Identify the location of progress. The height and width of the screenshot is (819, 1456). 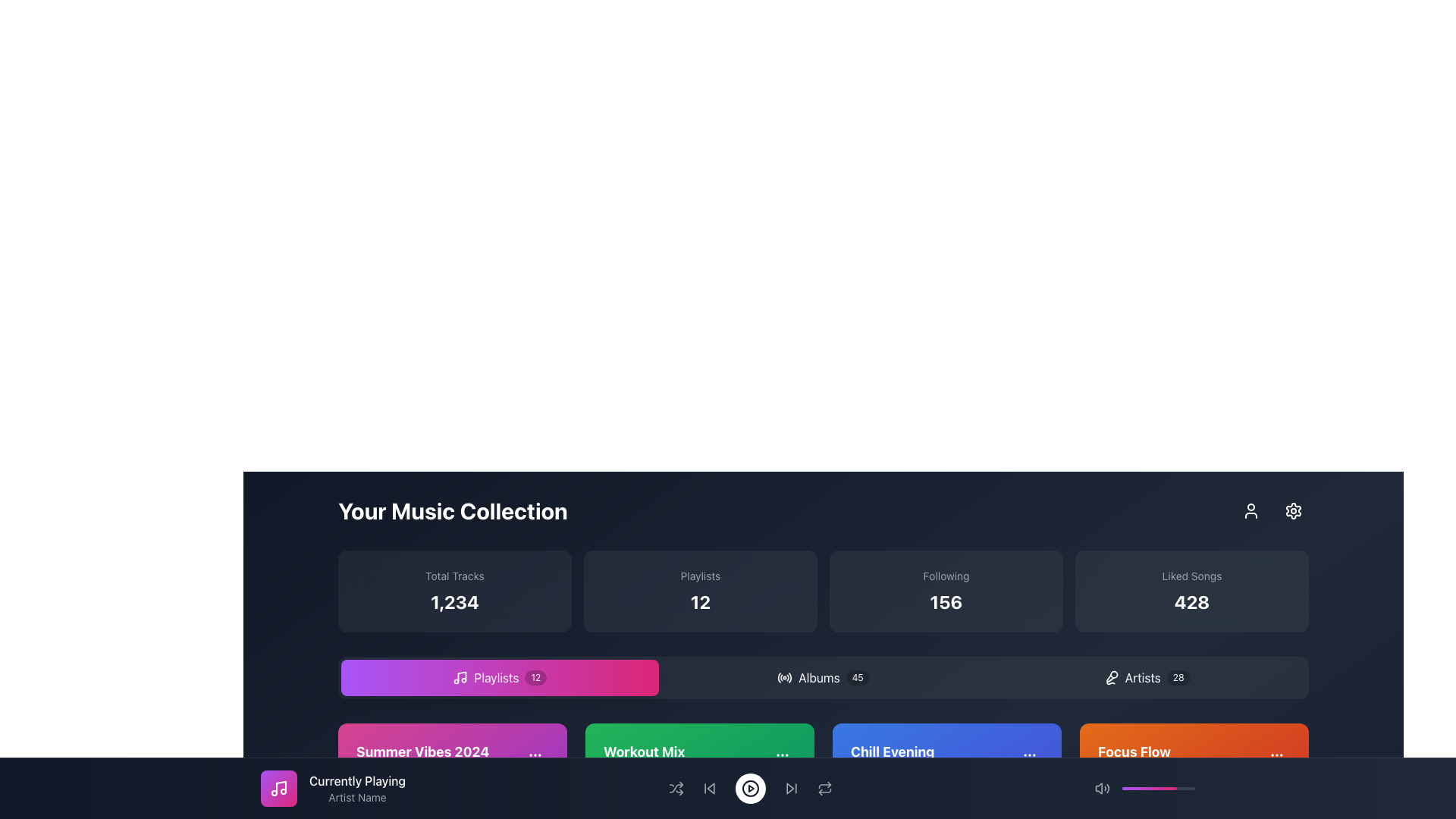
(1151, 788).